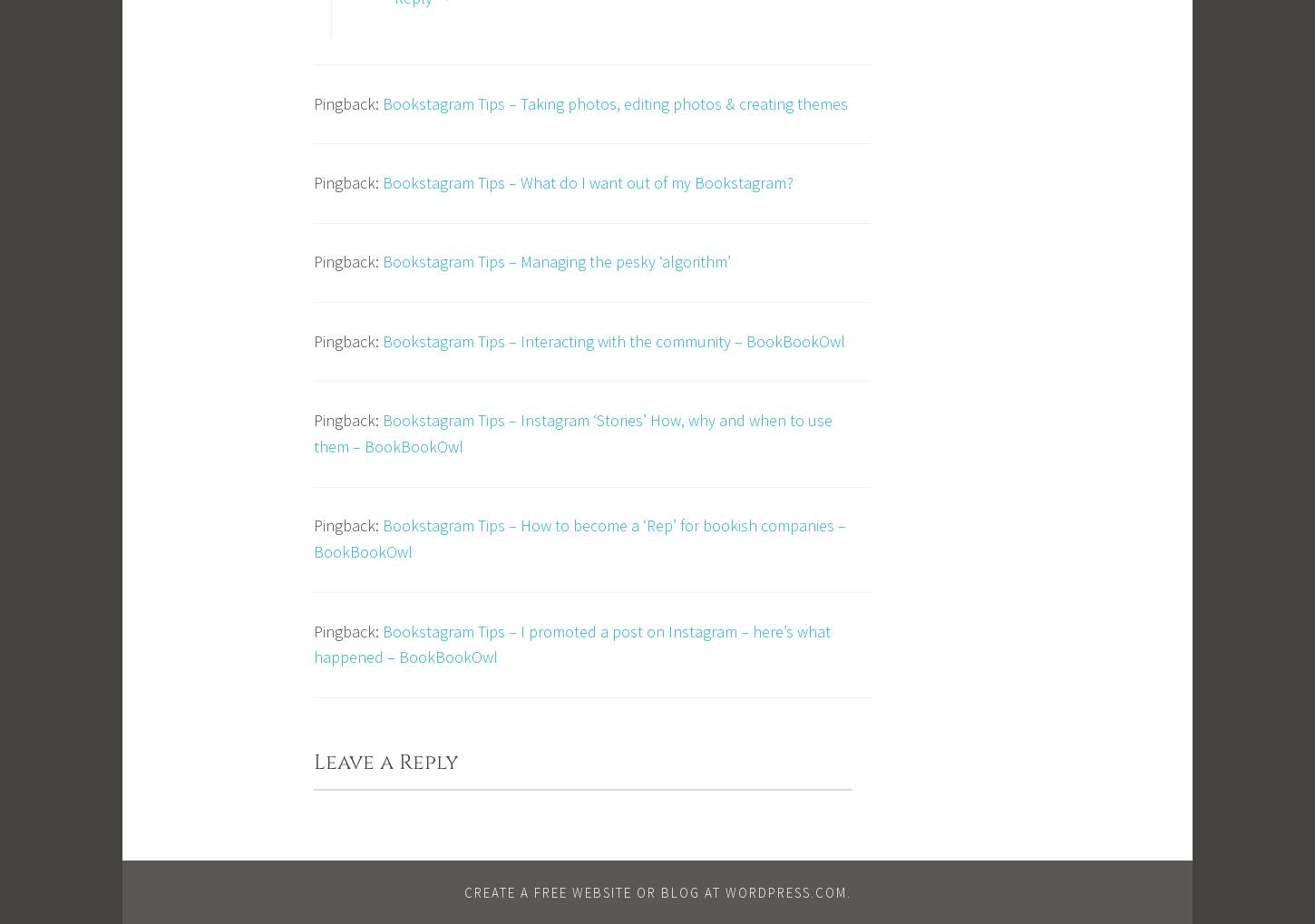 The height and width of the screenshot is (924, 1315). I want to click on 'Leave a Reply', so click(385, 761).